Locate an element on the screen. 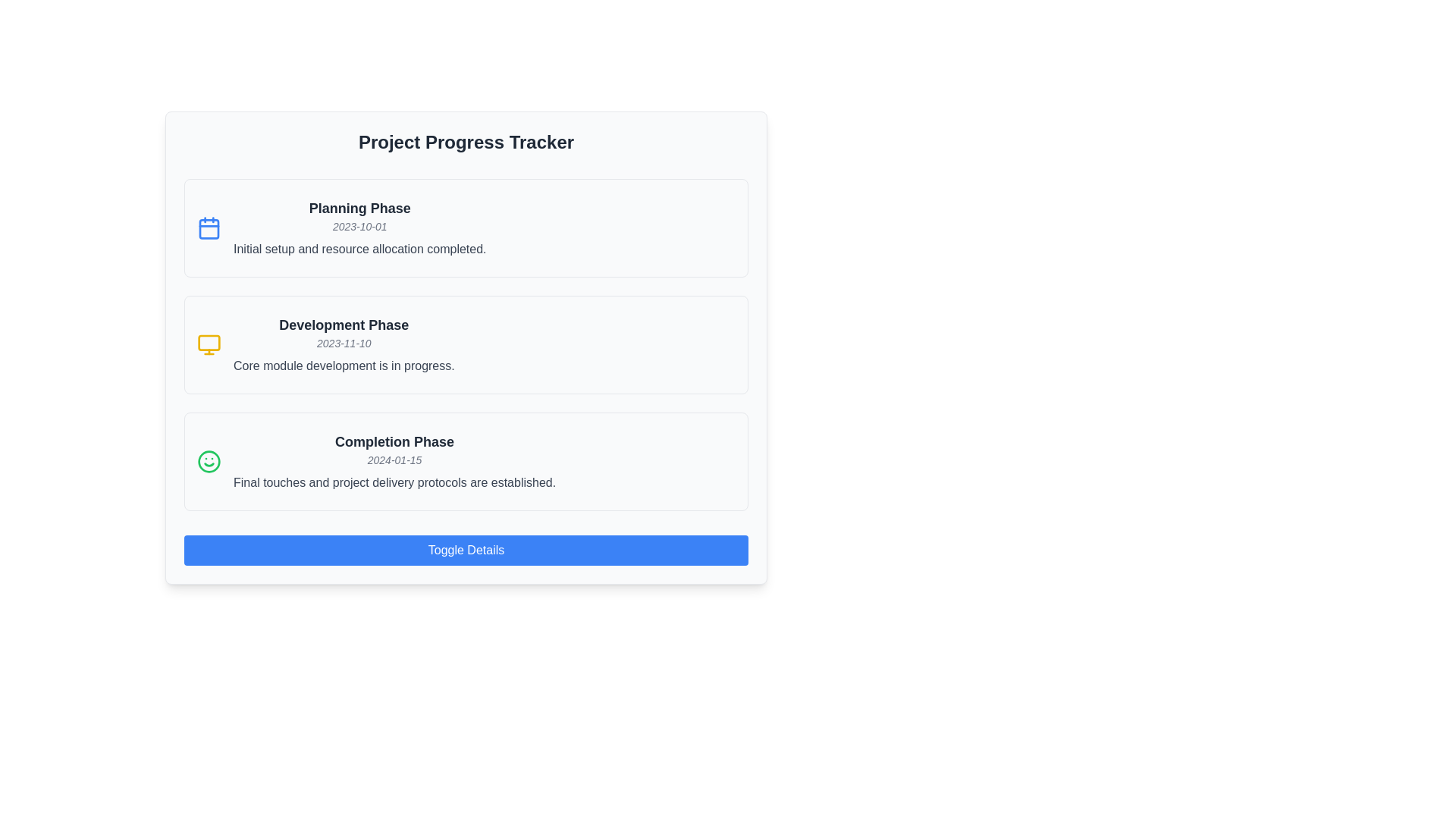 This screenshot has width=1456, height=819. the static text element that reads 'Final touches and project delivery protocols are established.' located in the 'Completion Phase' section of the progression tracker is located at coordinates (394, 482).